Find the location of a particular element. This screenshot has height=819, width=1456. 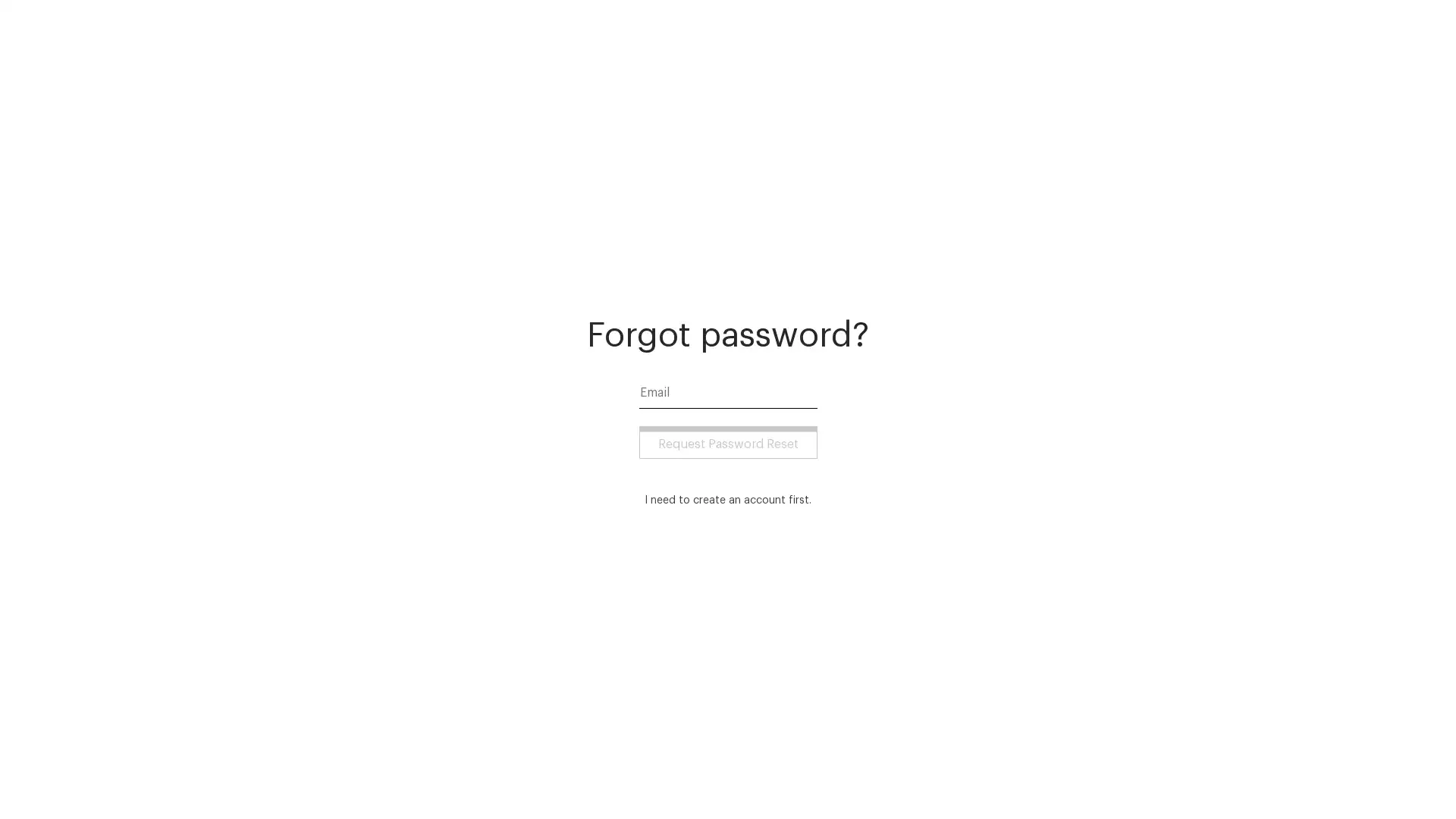

Request Password Reset is located at coordinates (726, 441).